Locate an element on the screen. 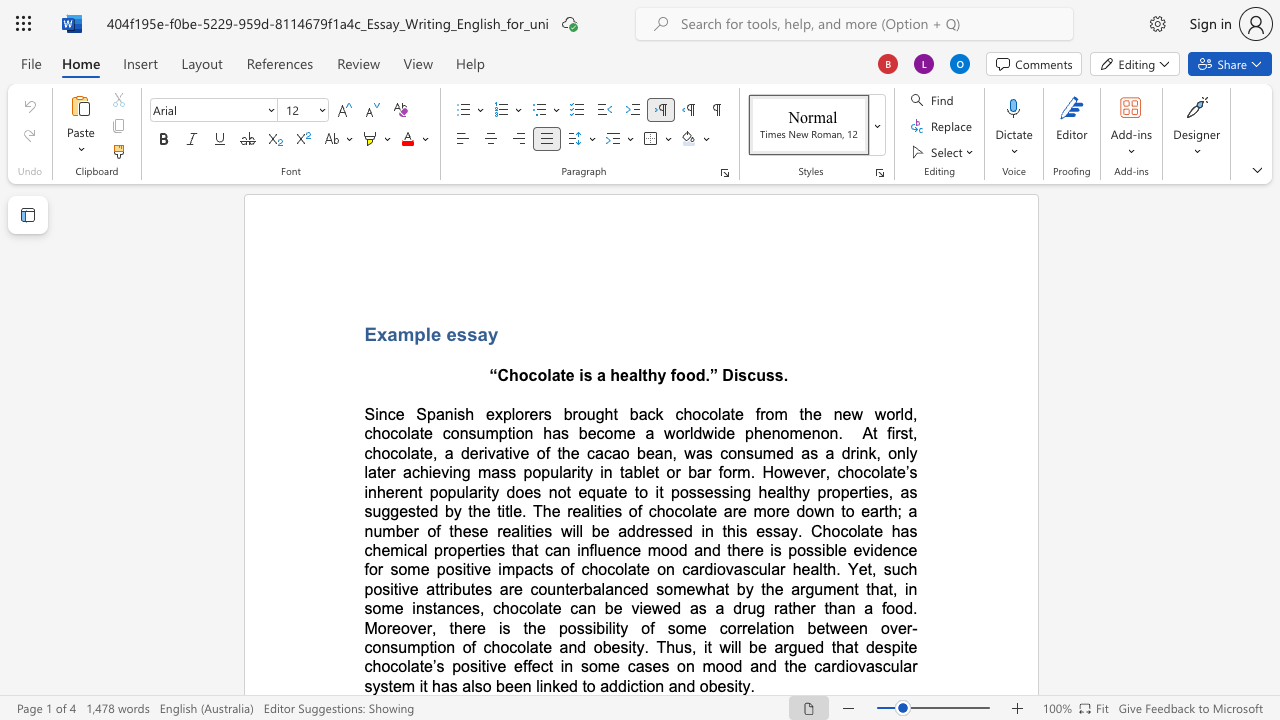 The image size is (1280, 720). the space between the continuous character "p" and "l" in the text is located at coordinates (423, 333).